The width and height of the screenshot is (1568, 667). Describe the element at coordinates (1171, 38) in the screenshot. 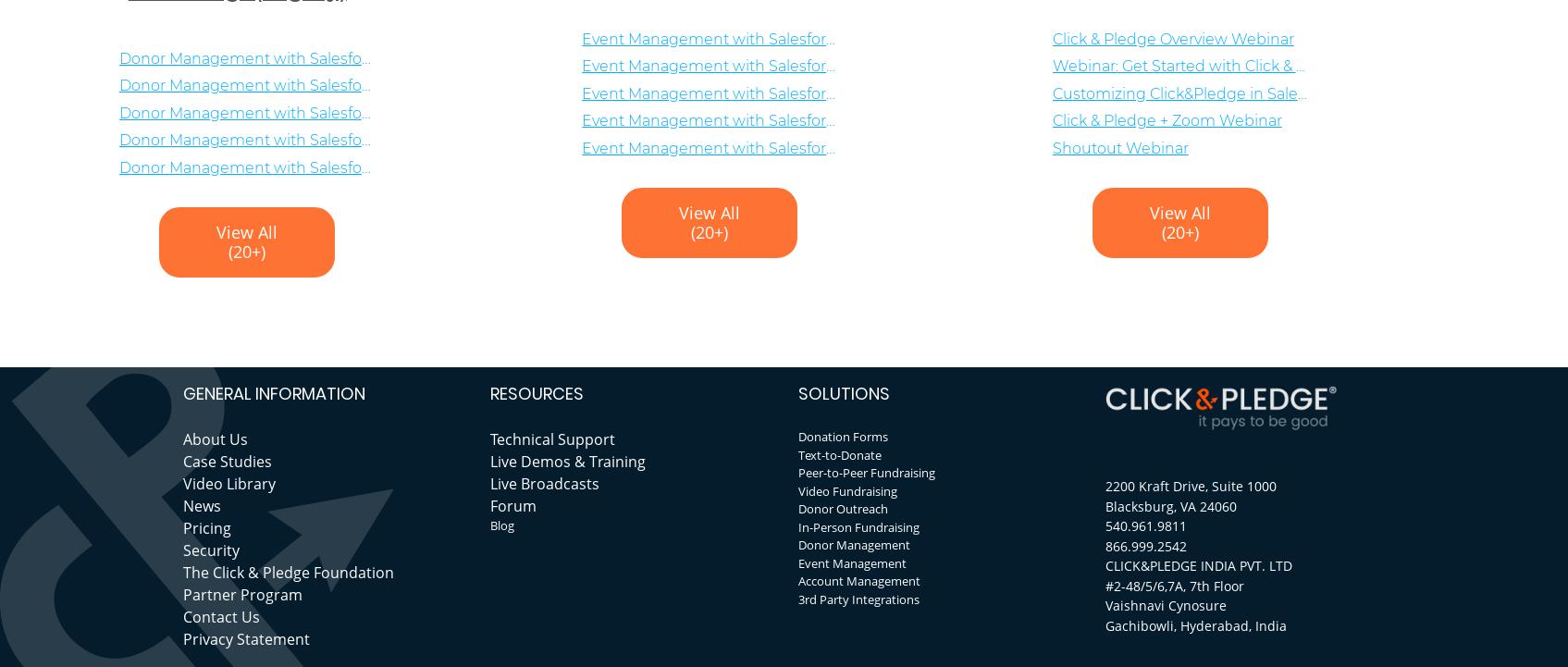

I see `'Click & Pledge Overview Webinar'` at that location.